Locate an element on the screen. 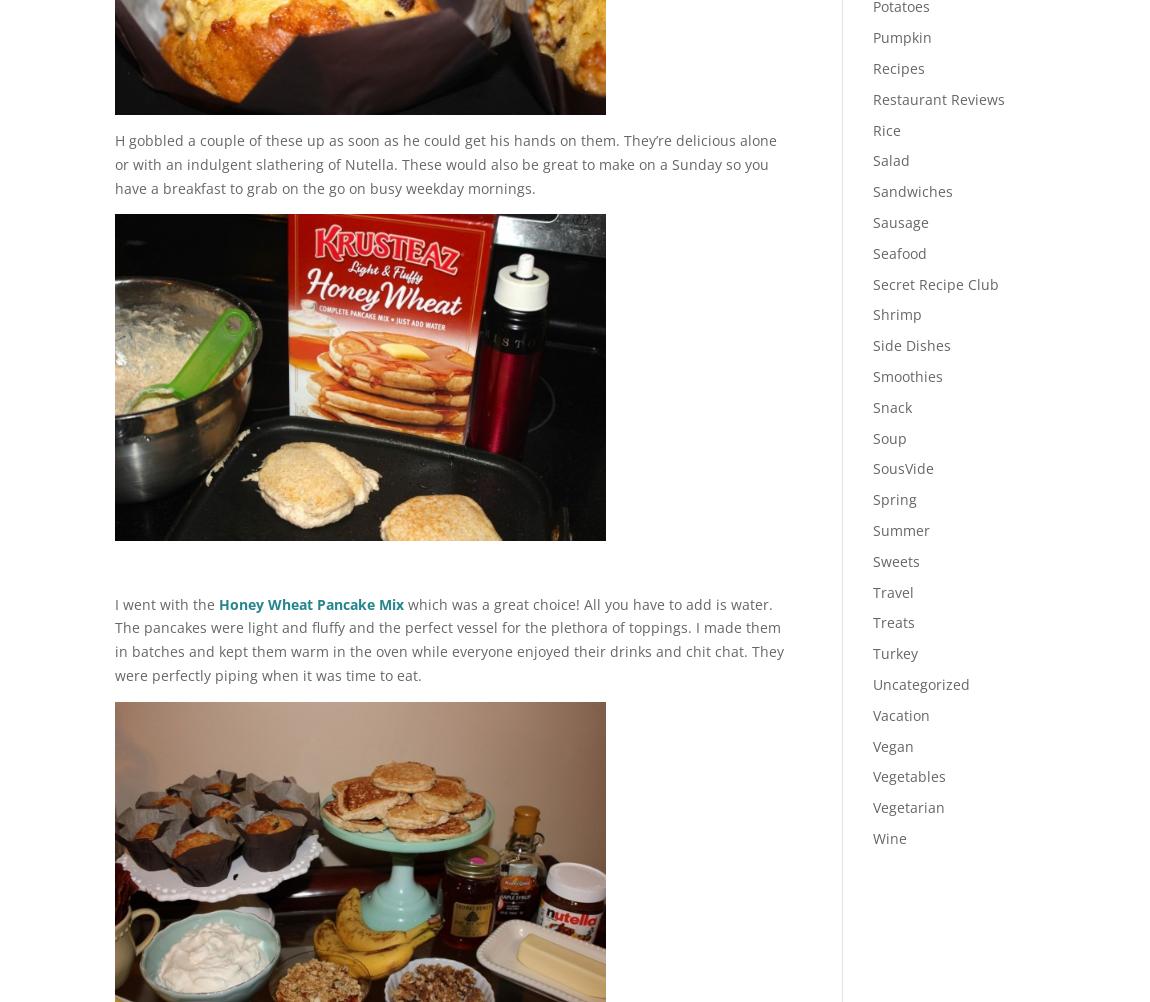 This screenshot has height=1002, width=1150. 'Treats' is located at coordinates (892, 621).